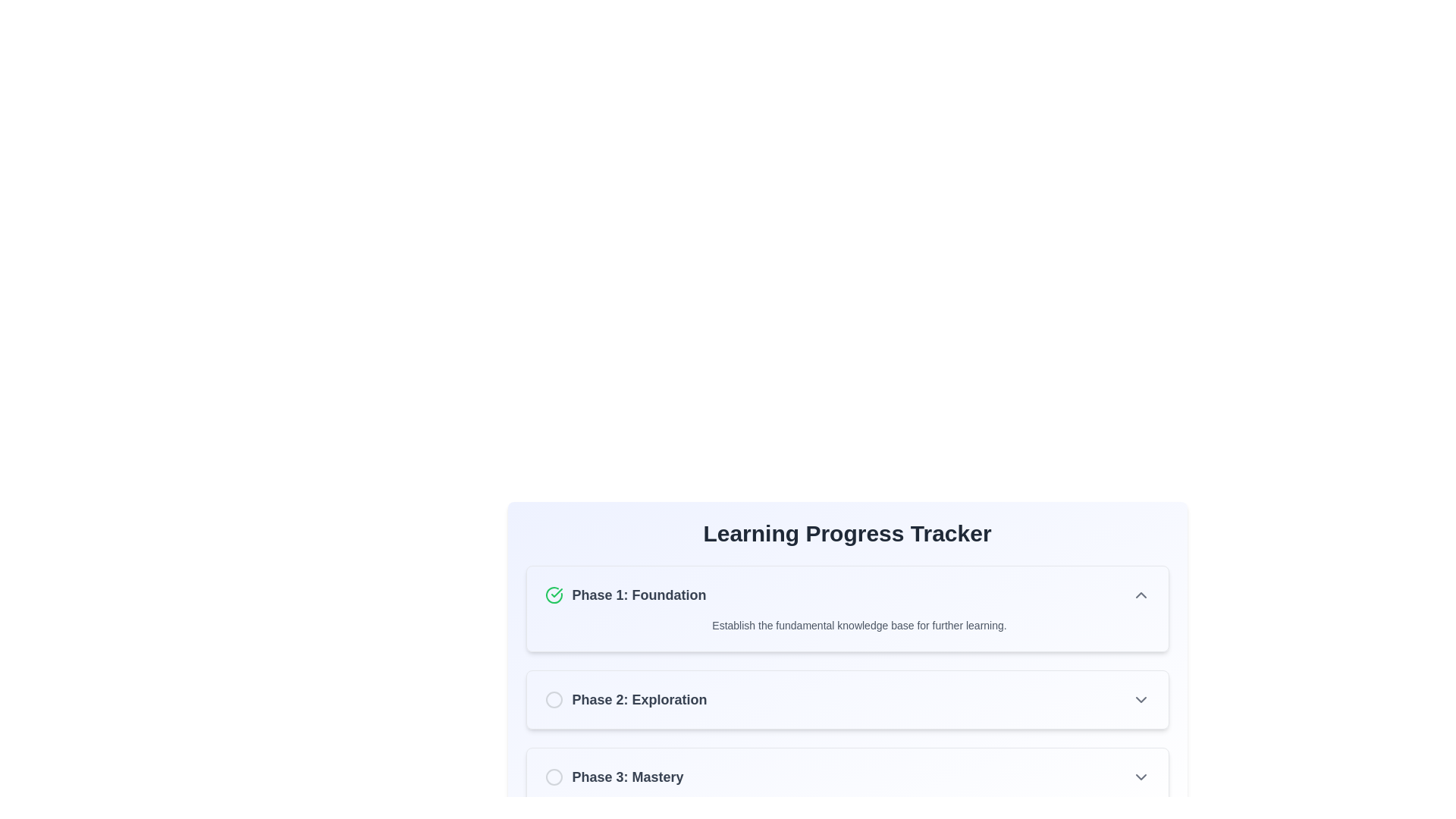  What do you see at coordinates (846, 626) in the screenshot?
I see `the descriptive text block providing additional information for the 'Phase 1: Foundation' section in the Learning Progress Tracker interface` at bounding box center [846, 626].